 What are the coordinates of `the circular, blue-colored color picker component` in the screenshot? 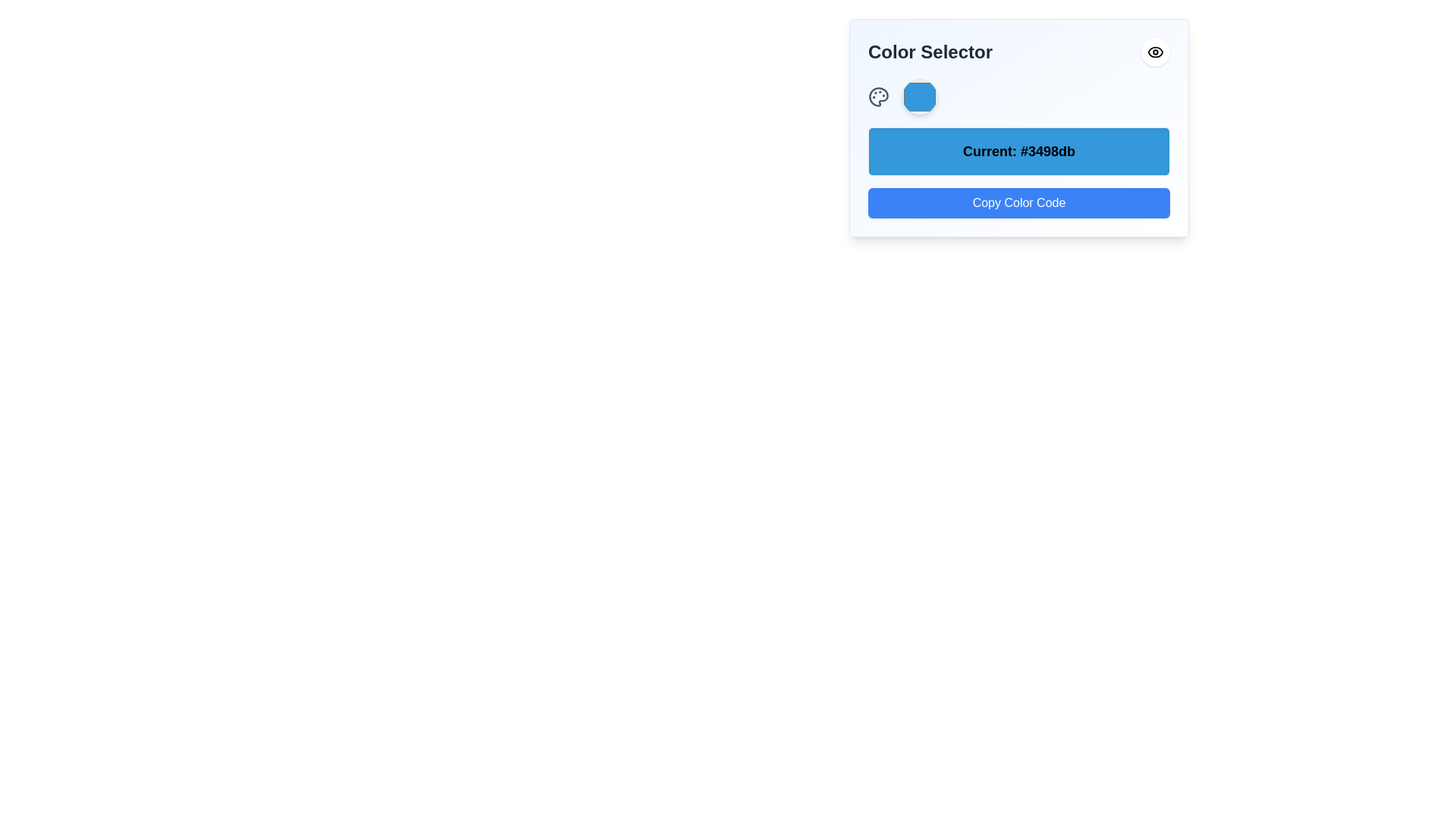 It's located at (919, 96).